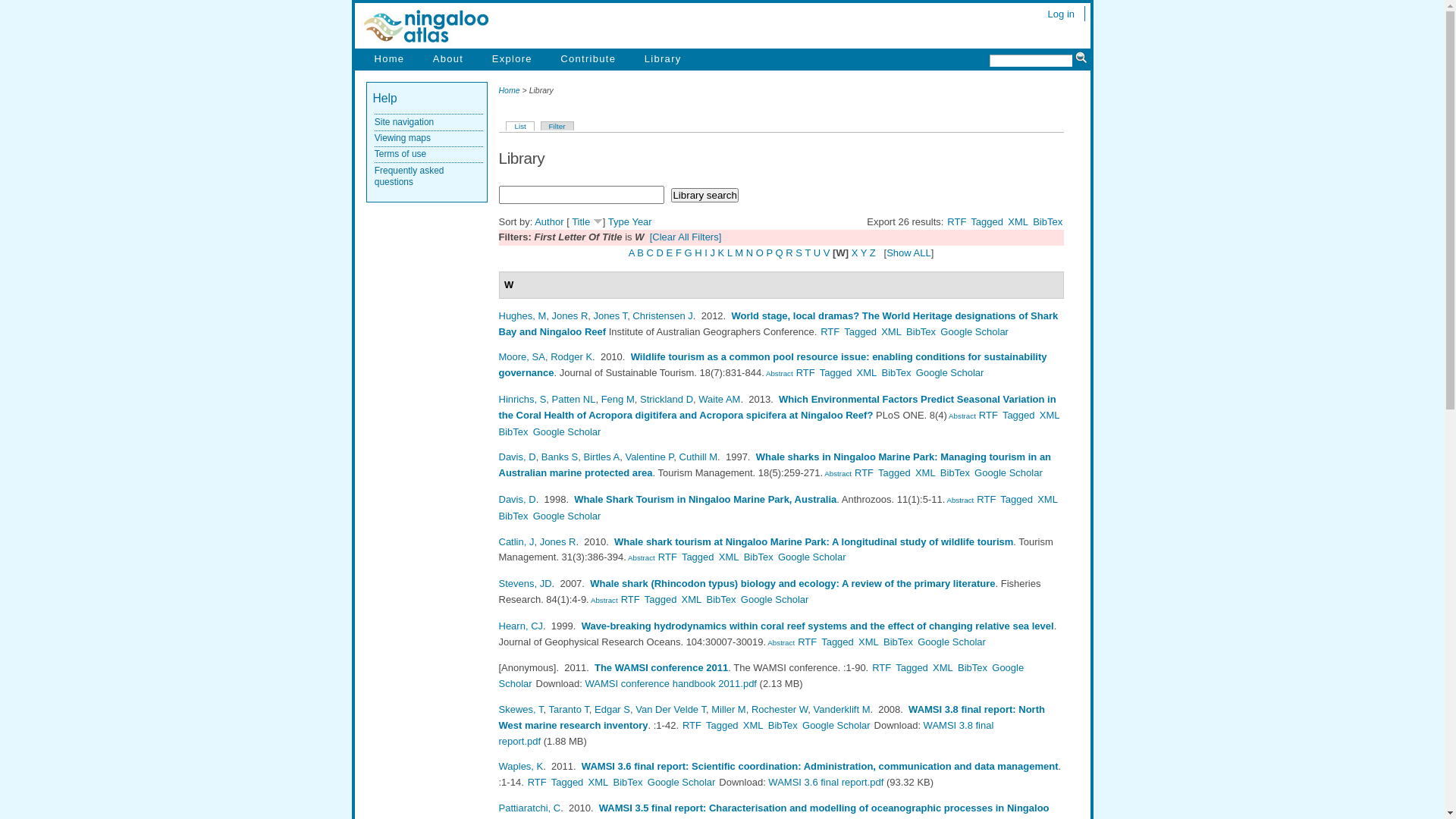 This screenshot has width=1456, height=819. What do you see at coordinates (403, 137) in the screenshot?
I see `'Viewing maps'` at bounding box center [403, 137].